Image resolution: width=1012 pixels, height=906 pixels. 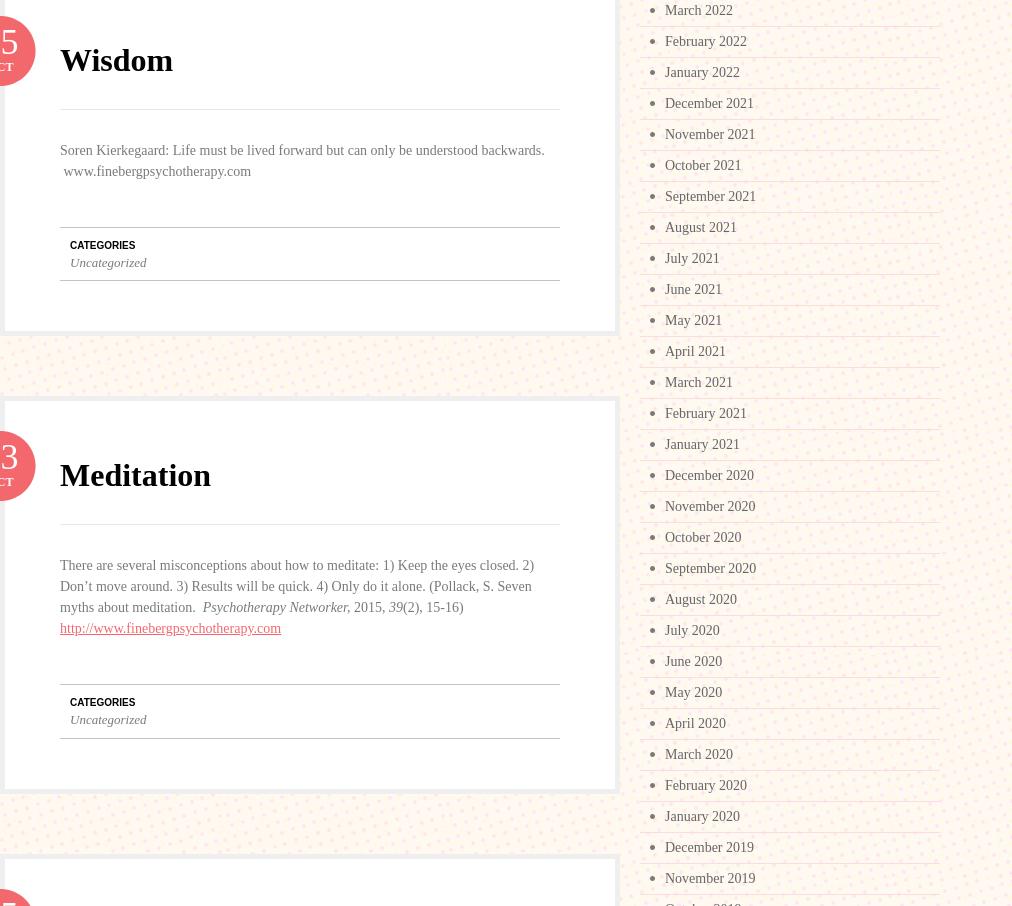 What do you see at coordinates (664, 567) in the screenshot?
I see `'September 2020'` at bounding box center [664, 567].